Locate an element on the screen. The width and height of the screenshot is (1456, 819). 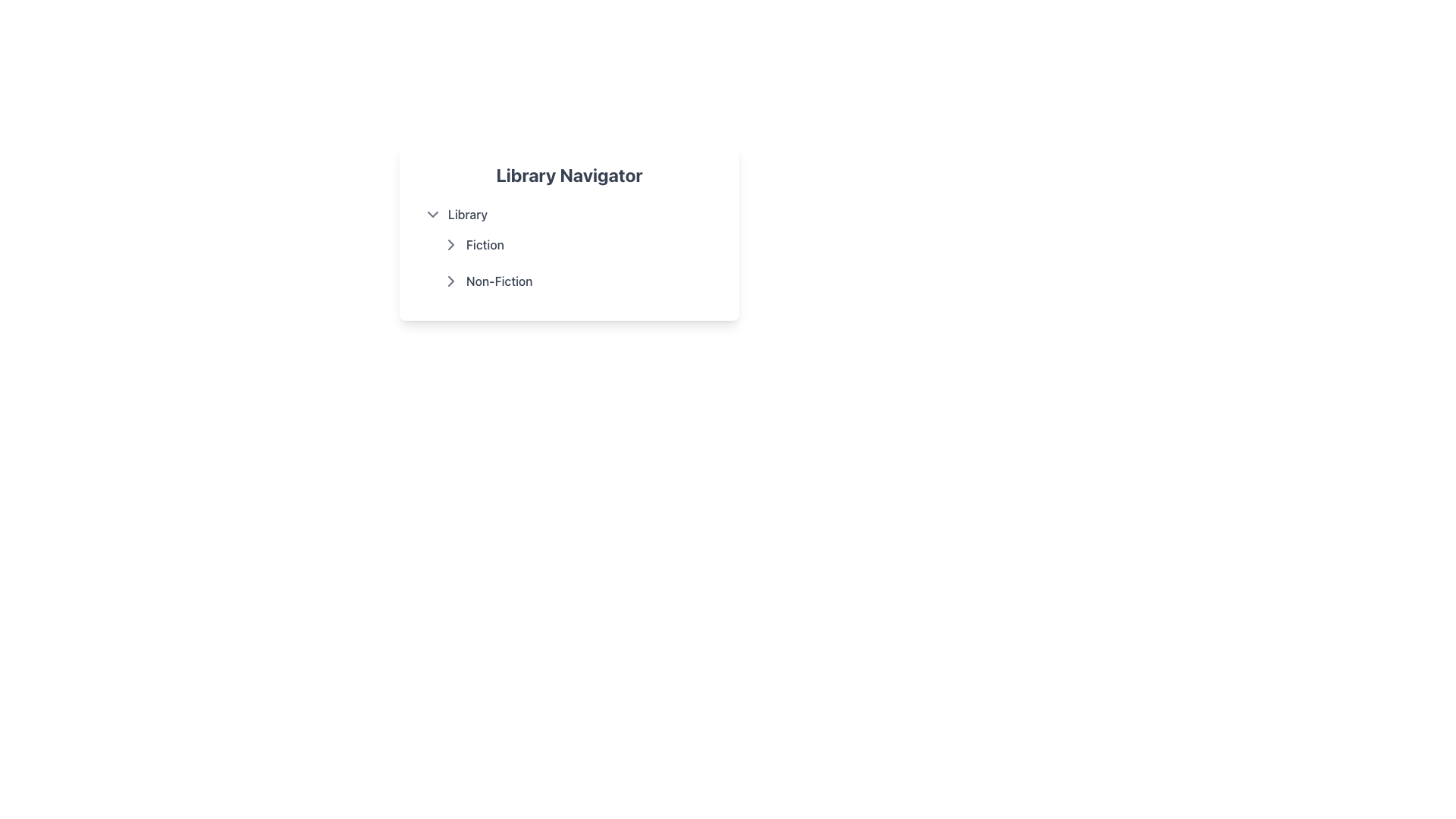
the text label displaying 'Library' which is part of a vertical list in a navigation panel and is positioned to the right of a small chevron icon is located at coordinates (467, 214).